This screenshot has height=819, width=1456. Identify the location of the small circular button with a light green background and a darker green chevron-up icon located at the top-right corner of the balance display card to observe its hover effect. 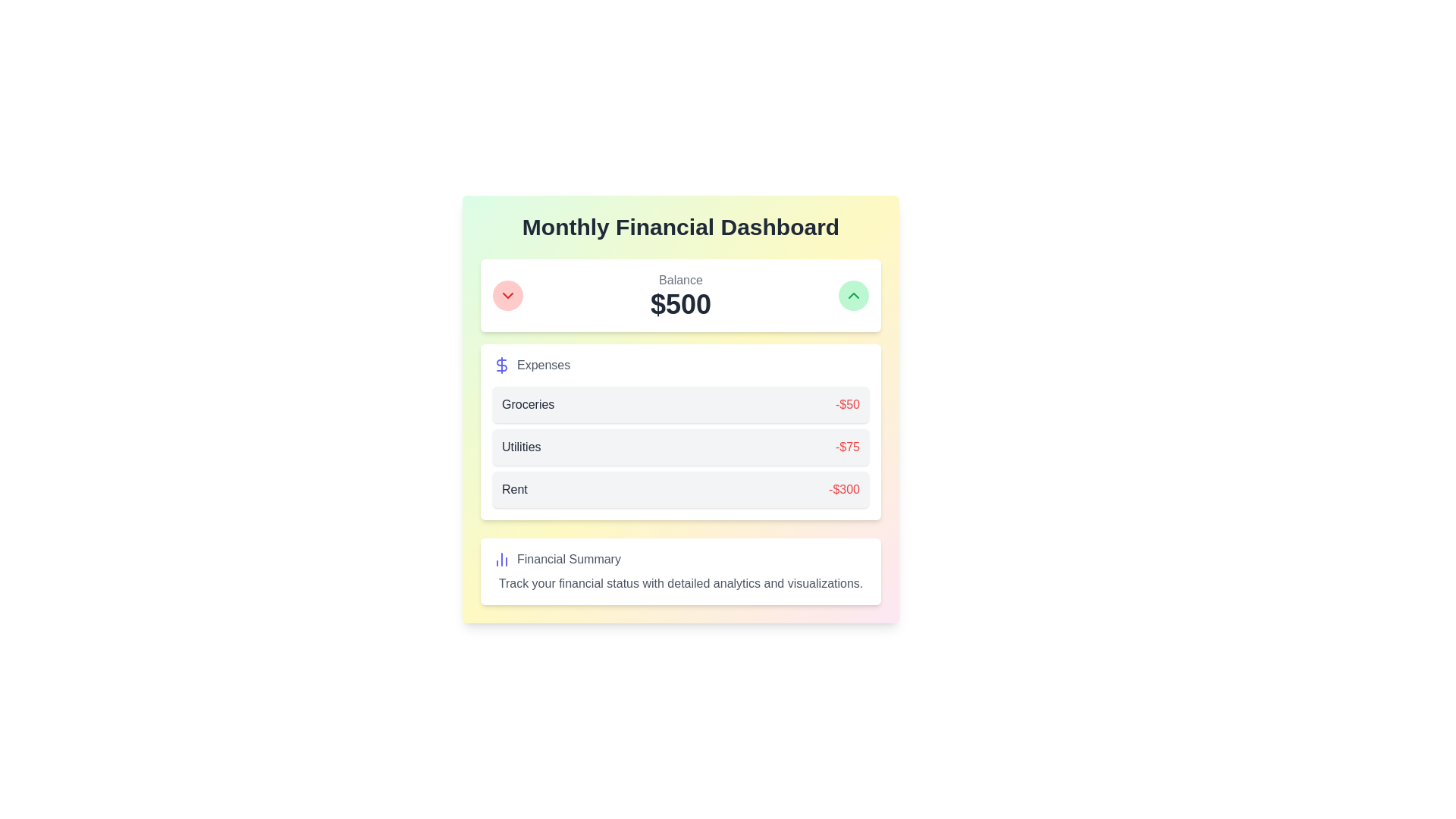
(853, 295).